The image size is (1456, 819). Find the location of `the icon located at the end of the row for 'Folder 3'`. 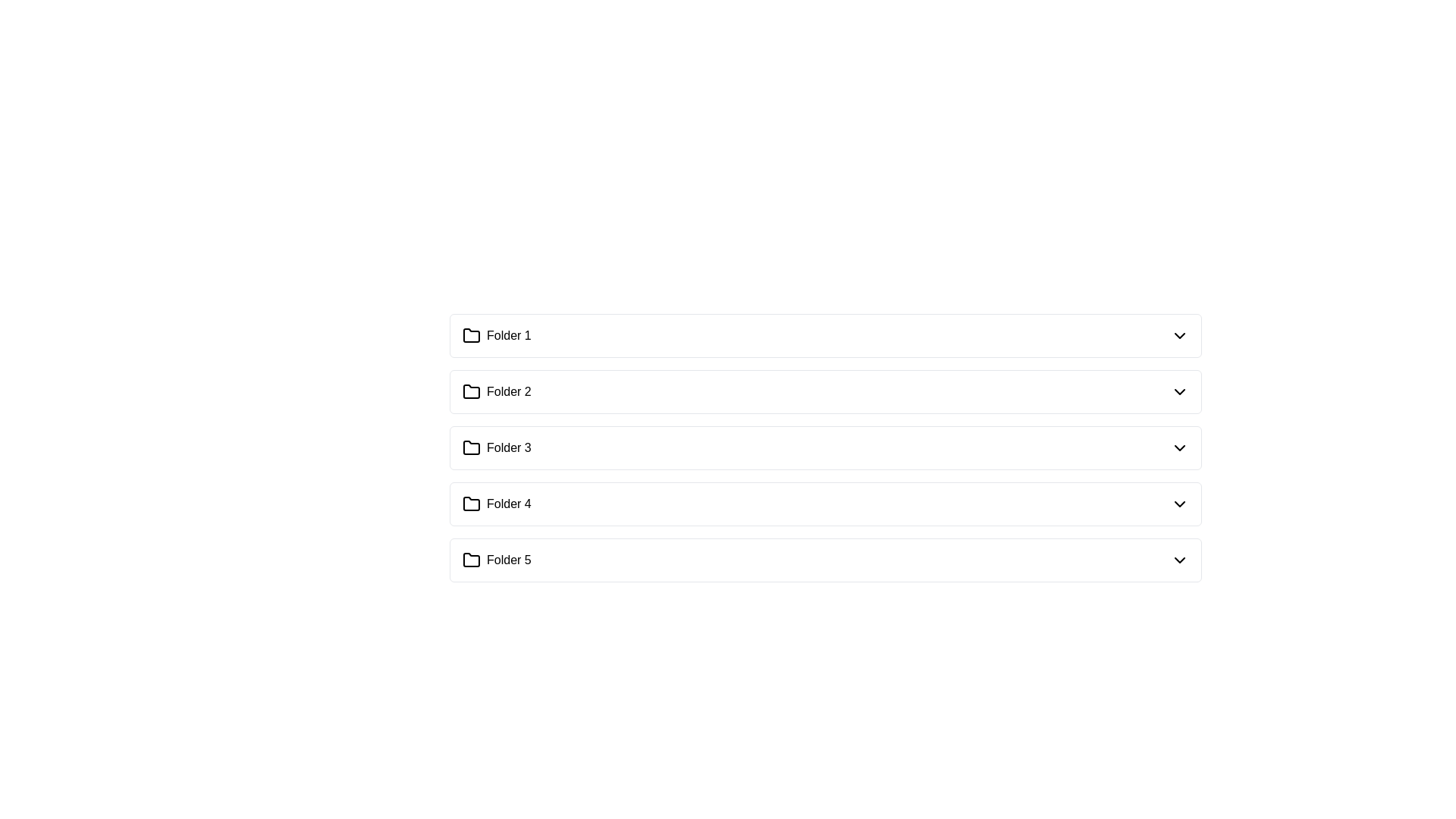

the icon located at the end of the row for 'Folder 3' is located at coordinates (1178, 447).